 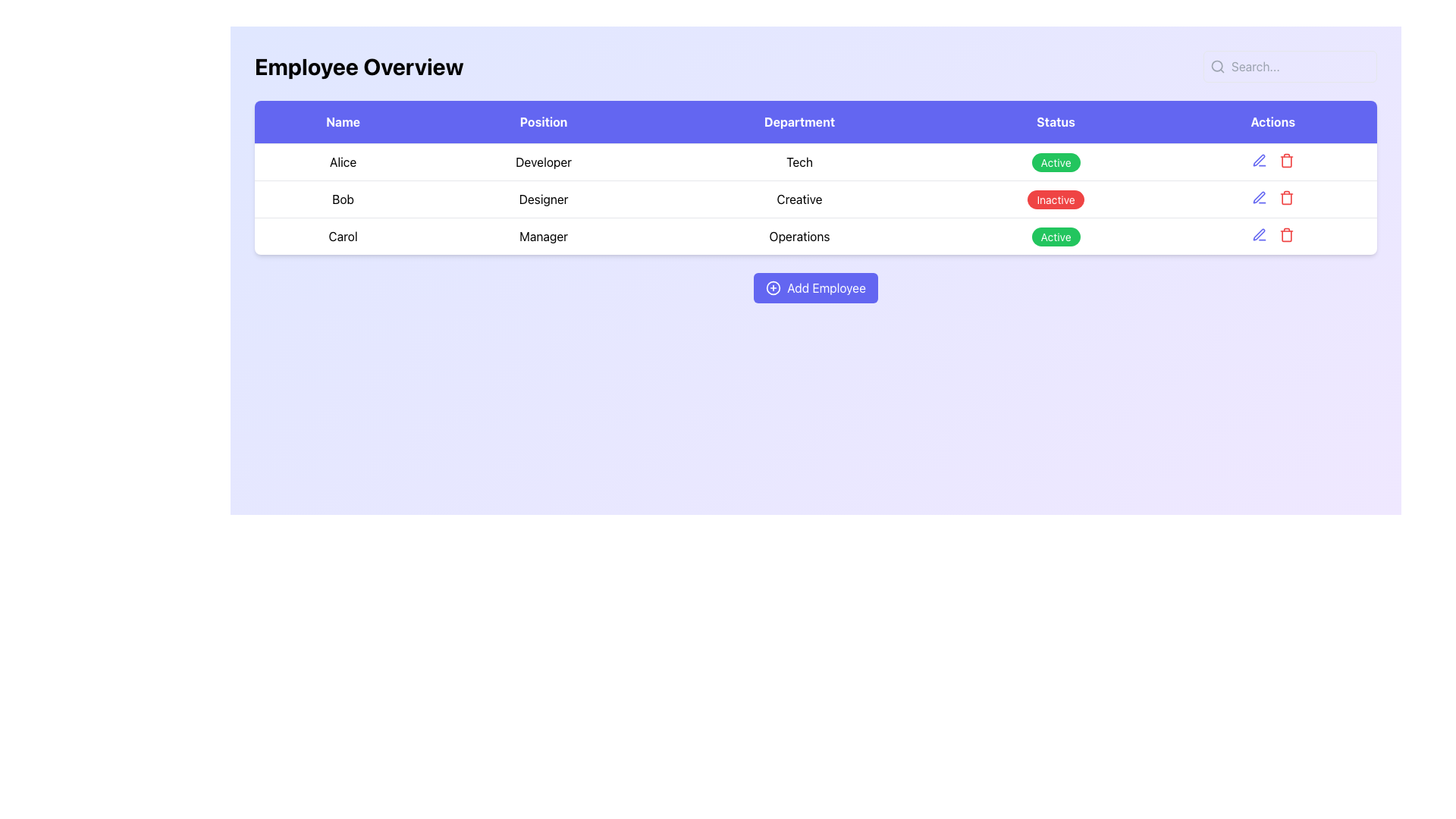 What do you see at coordinates (1289, 66) in the screenshot?
I see `the search bar input field located in the top-right corner, styled with a subtle border and rounded corners` at bounding box center [1289, 66].